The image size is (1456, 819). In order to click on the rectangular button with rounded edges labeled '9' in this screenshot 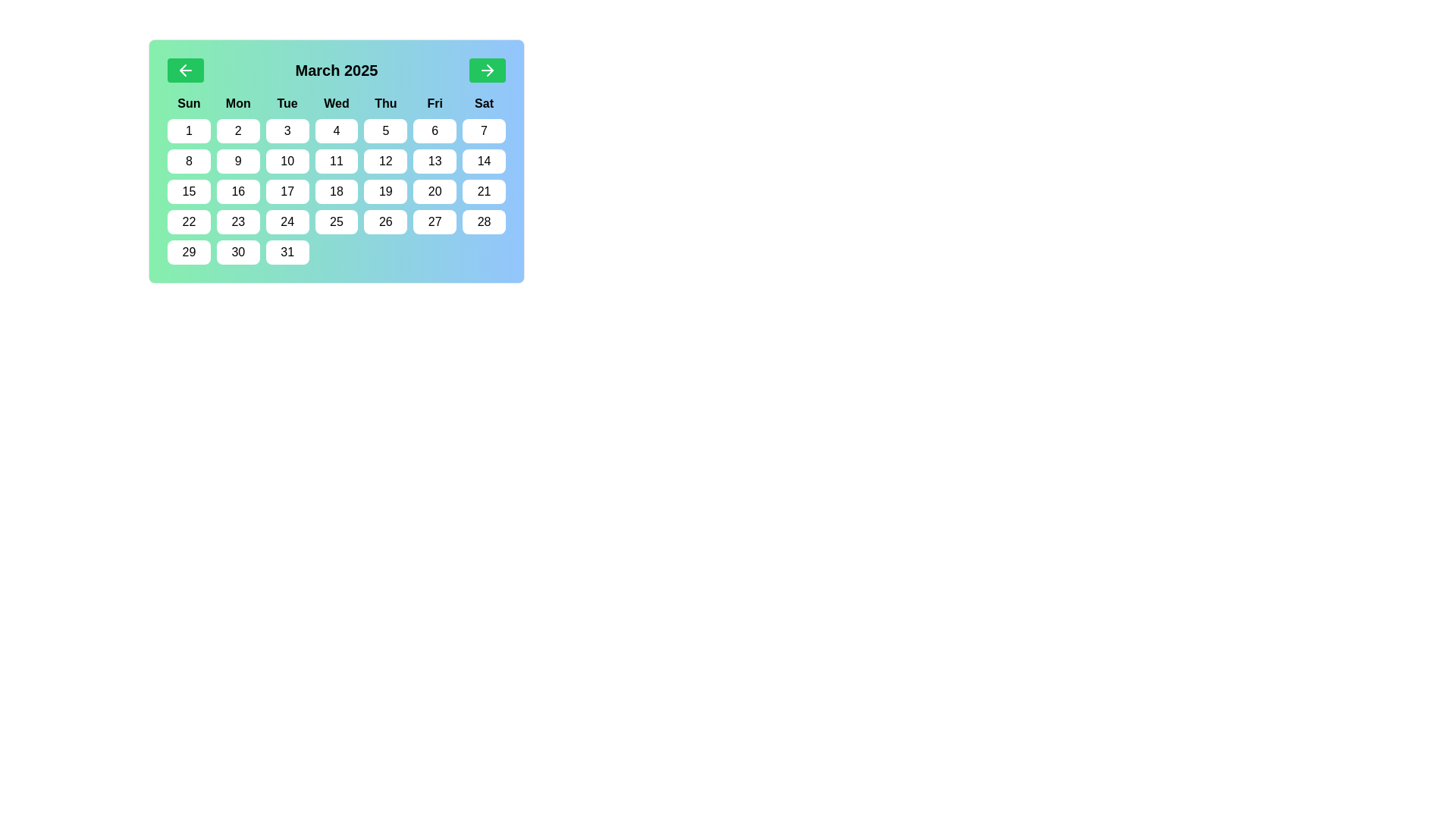, I will do `click(237, 161)`.